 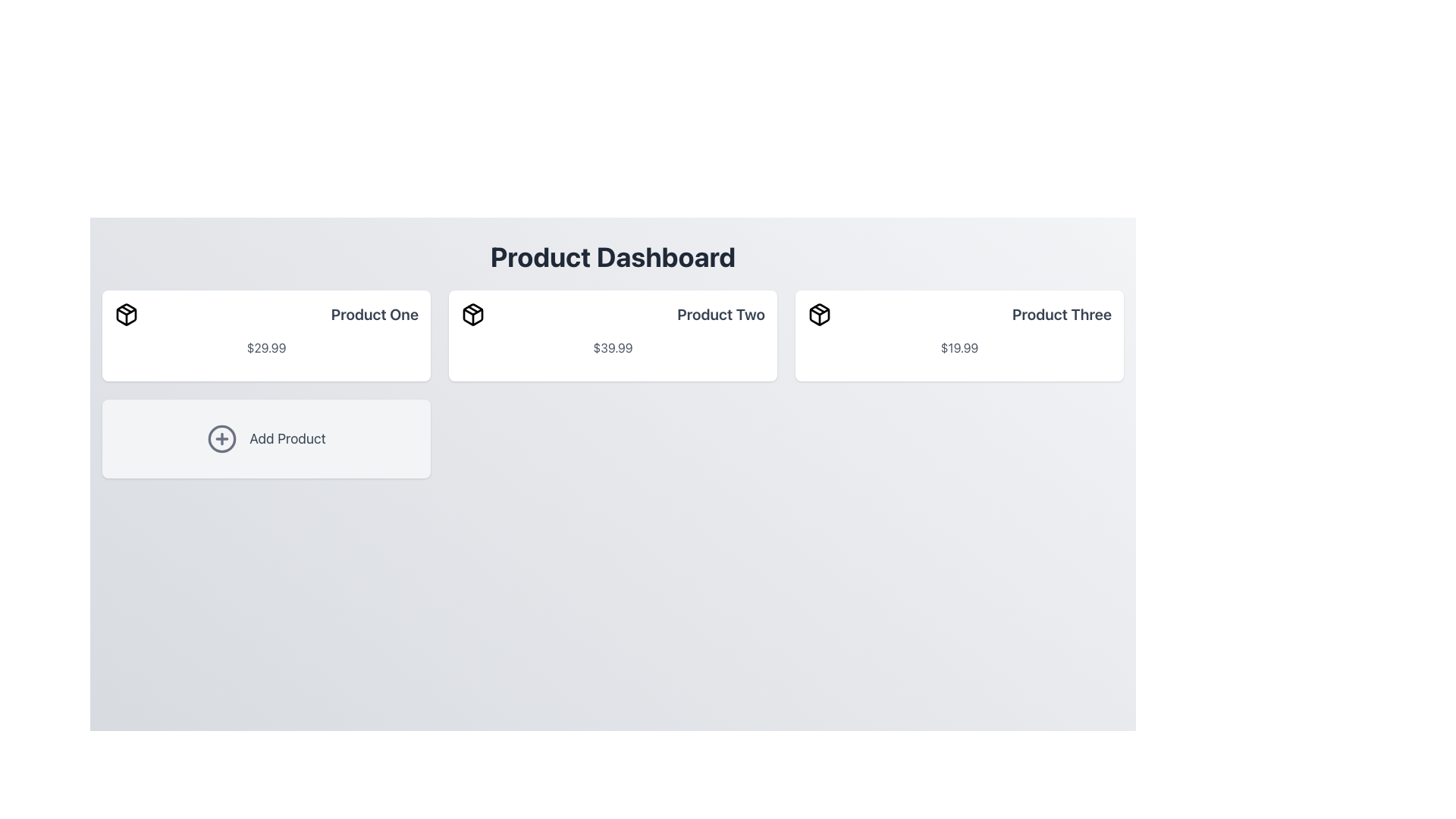 What do you see at coordinates (266, 438) in the screenshot?
I see `the 'Add Product' button located in the bottom left corner of the product grid` at bounding box center [266, 438].